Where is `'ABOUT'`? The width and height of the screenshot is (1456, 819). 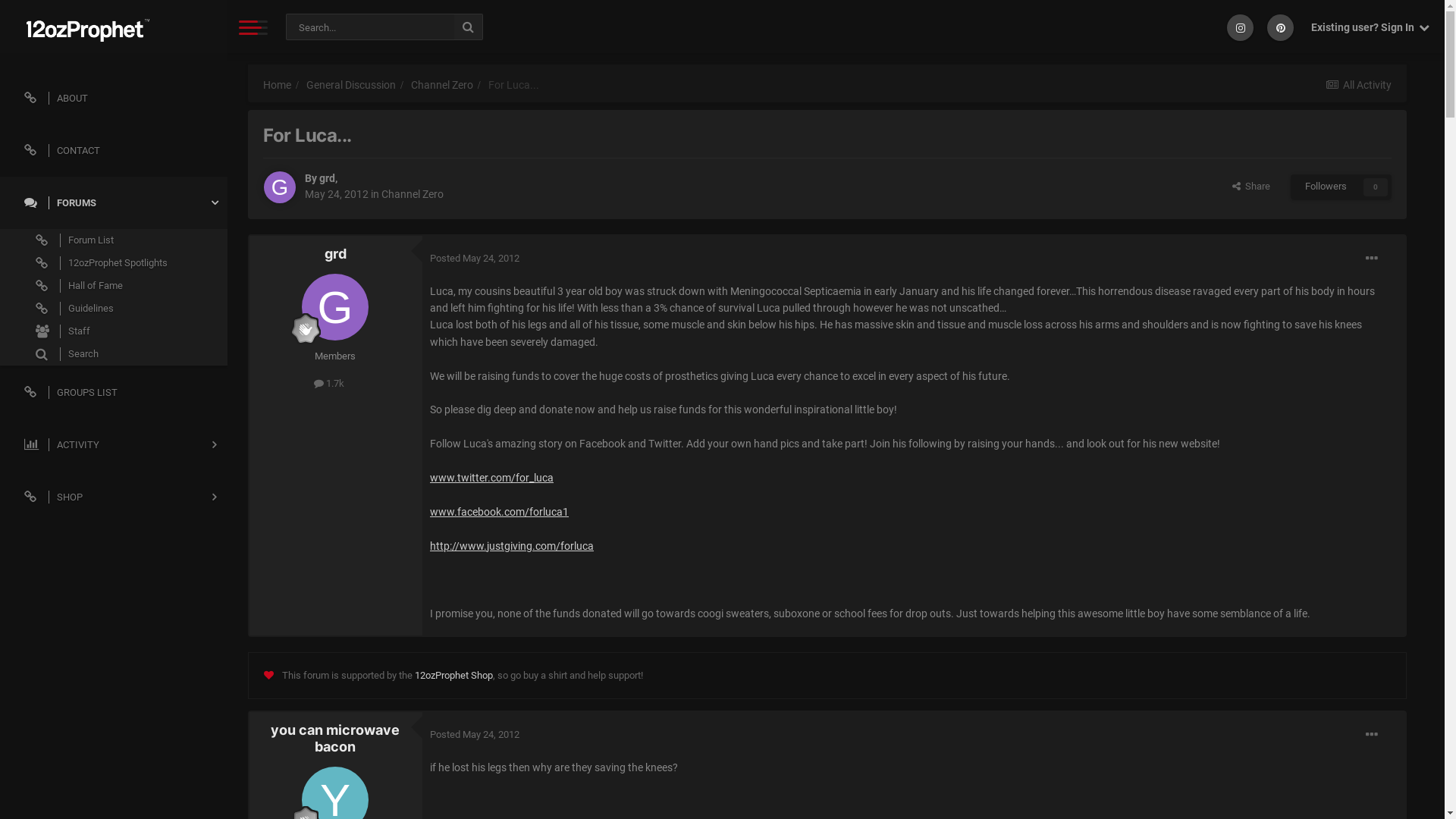
'ABOUT' is located at coordinates (112, 98).